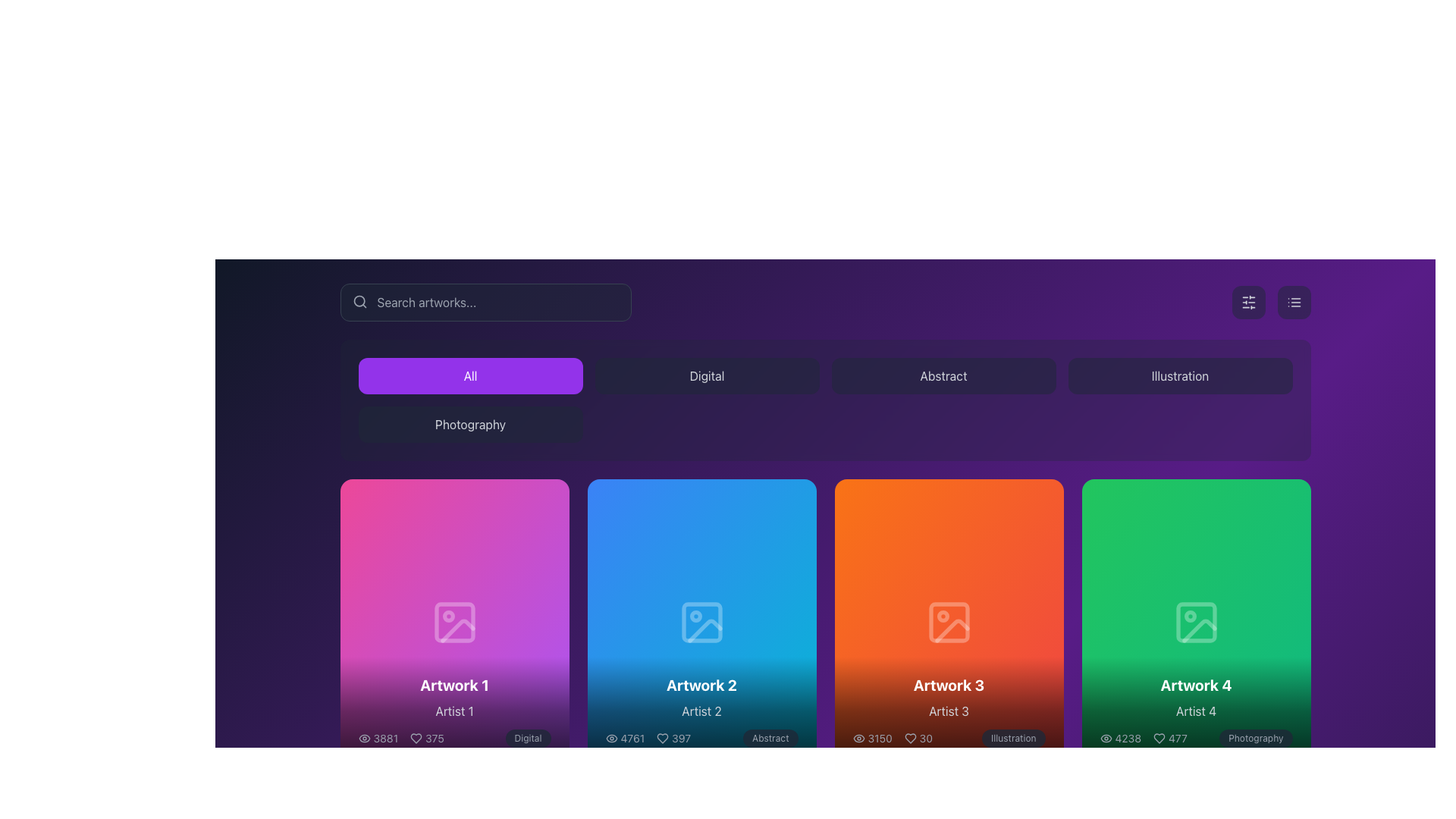 Image resolution: width=1456 pixels, height=819 pixels. What do you see at coordinates (858, 737) in the screenshot?
I see `eye icon element, which is an outer elliptical outline within the third artwork card, by opening the developer tools` at bounding box center [858, 737].